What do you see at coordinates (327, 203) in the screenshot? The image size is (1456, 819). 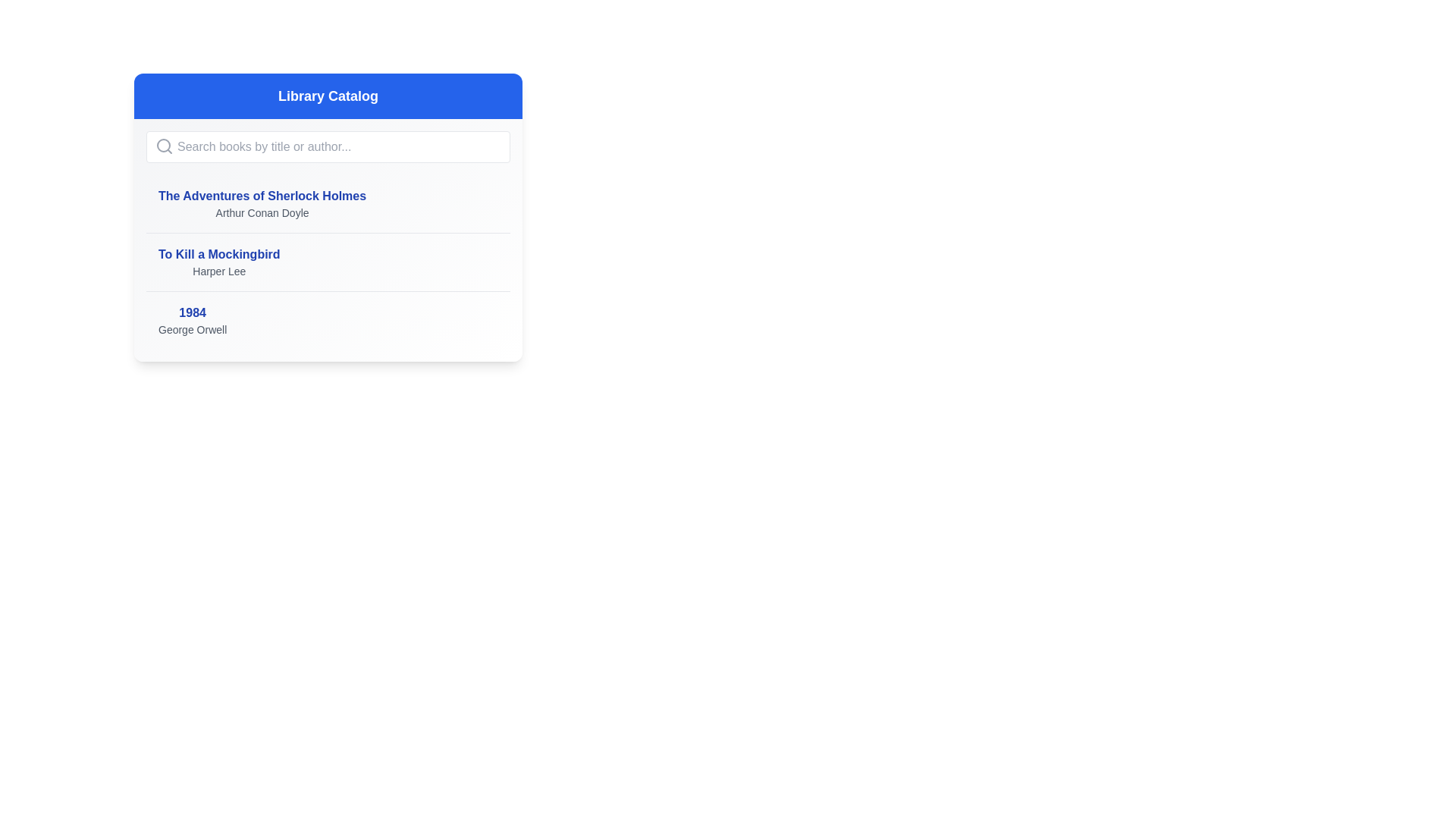 I see `the first book entry in the 'Library Catalog'` at bounding box center [327, 203].